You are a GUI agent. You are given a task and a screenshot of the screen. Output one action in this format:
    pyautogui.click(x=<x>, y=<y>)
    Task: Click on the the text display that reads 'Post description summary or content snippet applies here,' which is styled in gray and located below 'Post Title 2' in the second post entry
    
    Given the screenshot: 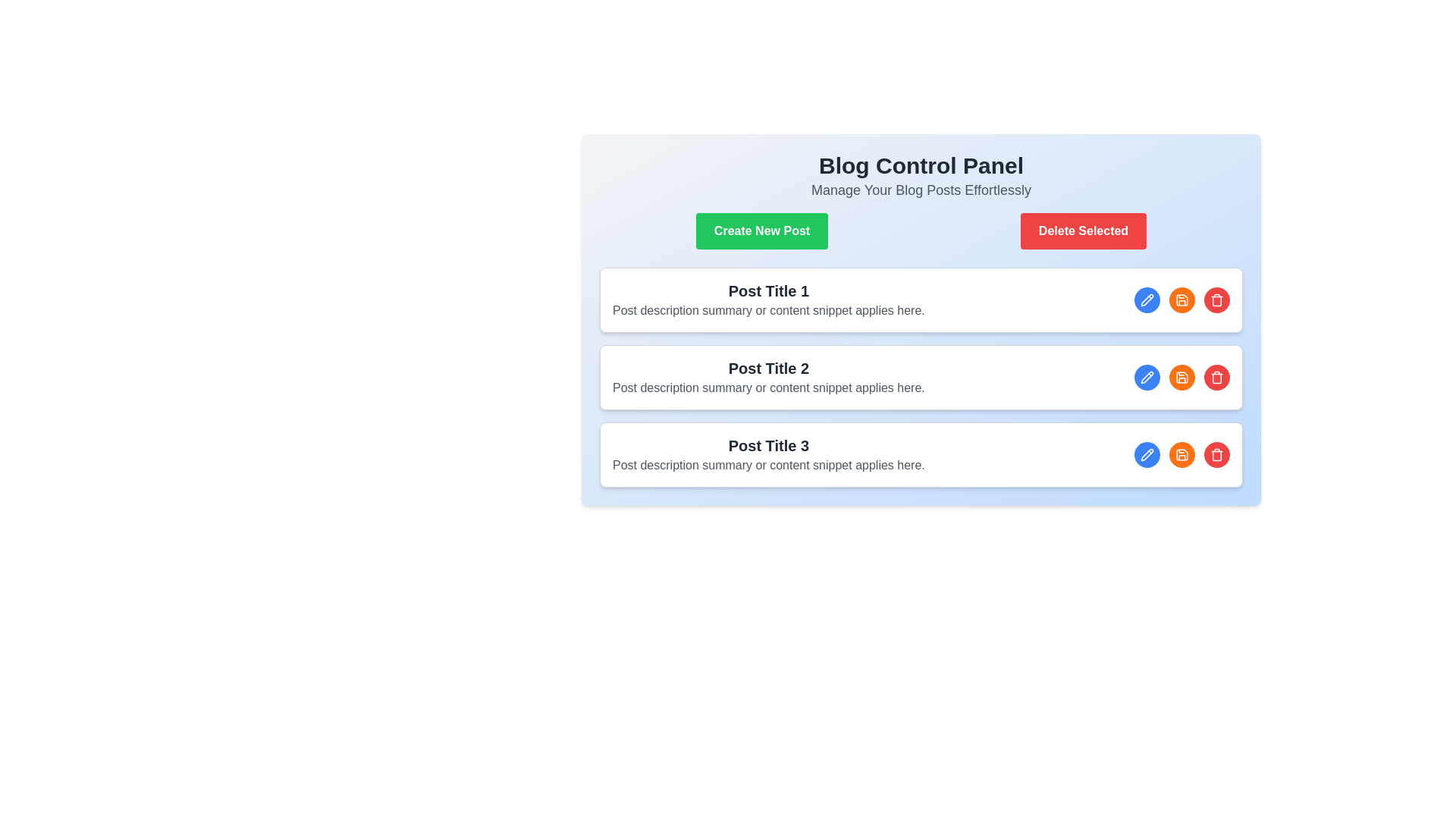 What is the action you would take?
    pyautogui.click(x=768, y=388)
    